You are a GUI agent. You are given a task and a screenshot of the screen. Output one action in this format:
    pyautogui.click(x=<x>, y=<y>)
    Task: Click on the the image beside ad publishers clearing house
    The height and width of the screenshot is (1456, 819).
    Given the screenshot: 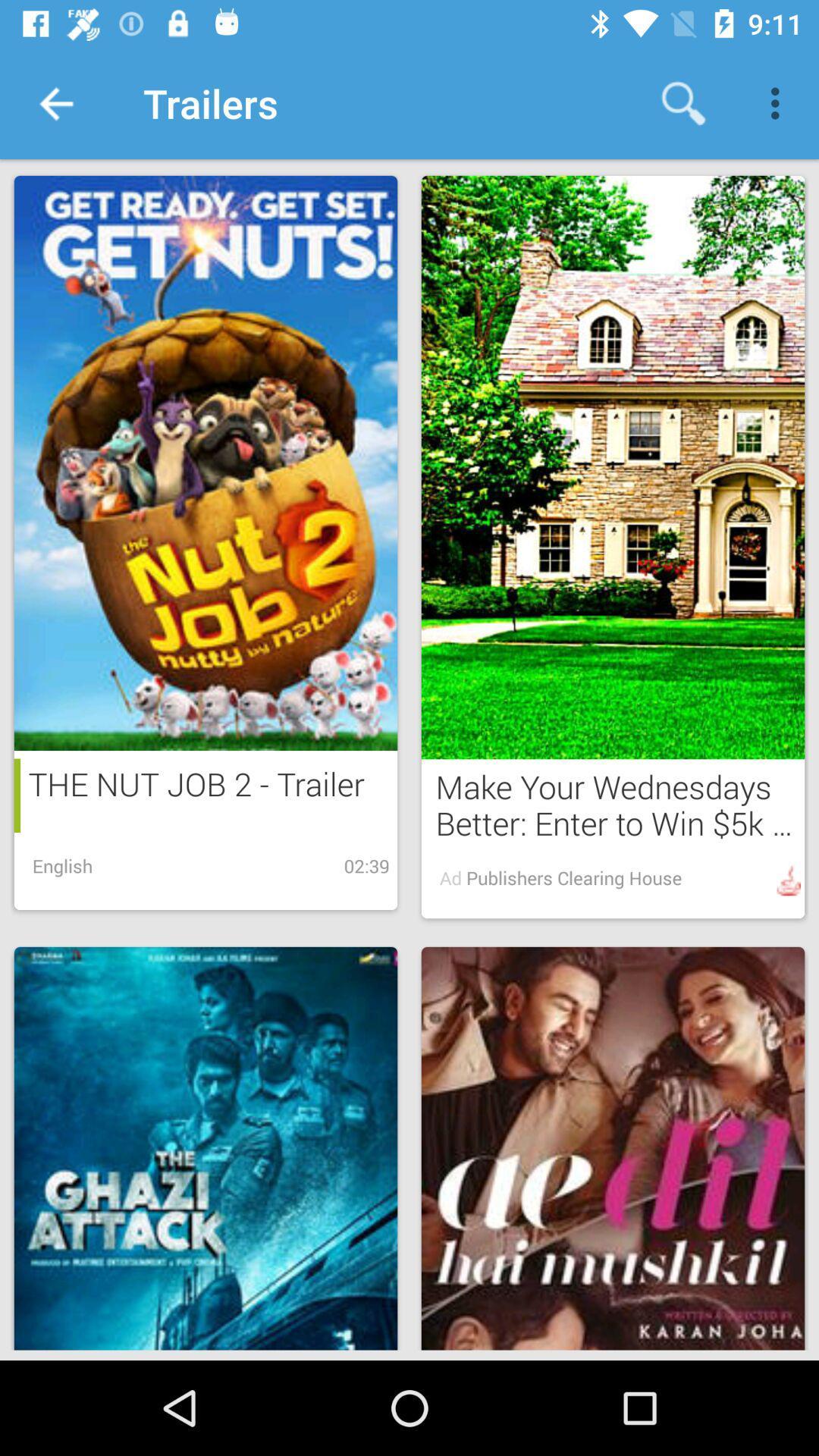 What is the action you would take?
    pyautogui.click(x=788, y=880)
    